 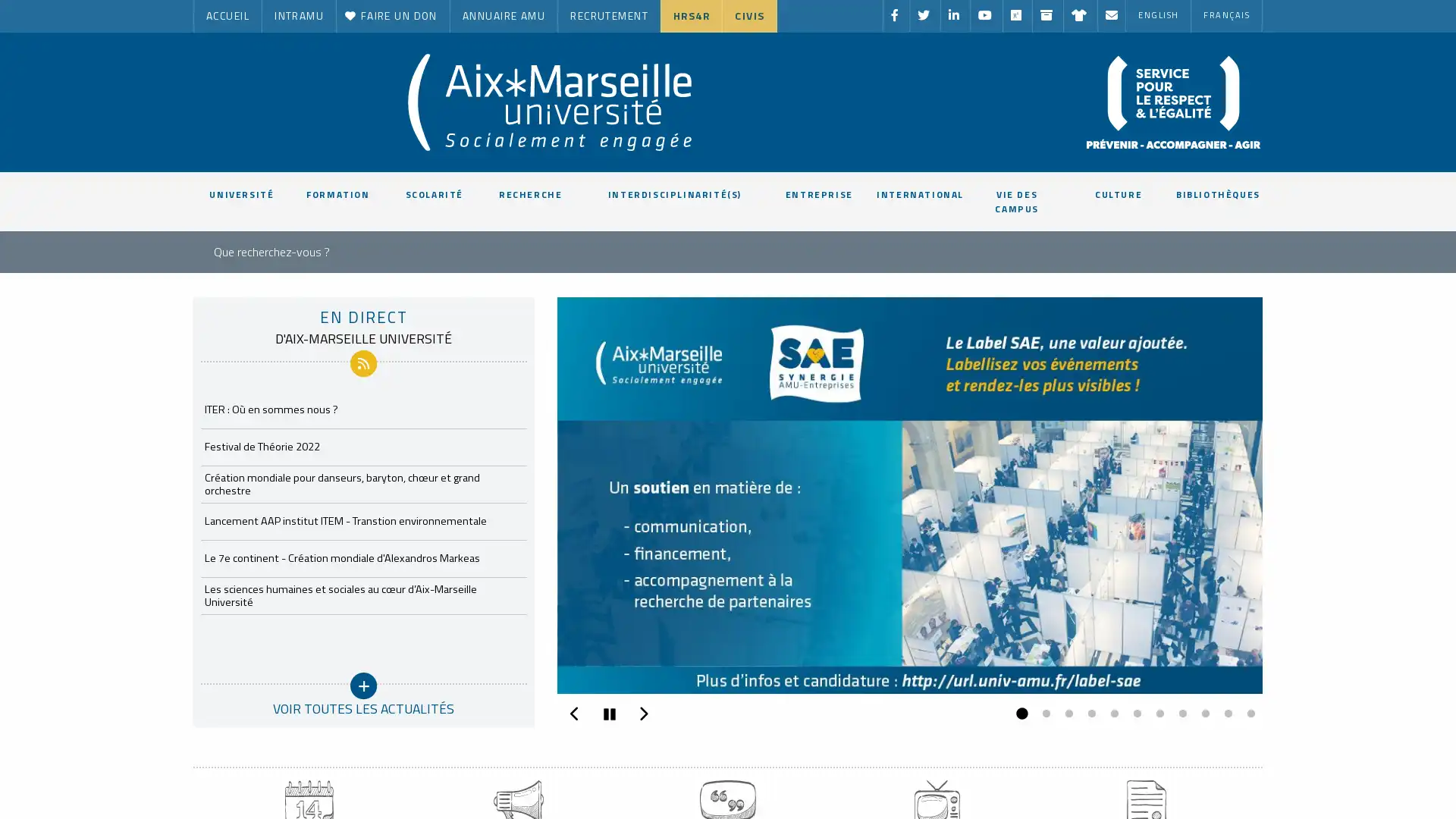 I want to click on Go to slide 3, so click(x=1065, y=714).